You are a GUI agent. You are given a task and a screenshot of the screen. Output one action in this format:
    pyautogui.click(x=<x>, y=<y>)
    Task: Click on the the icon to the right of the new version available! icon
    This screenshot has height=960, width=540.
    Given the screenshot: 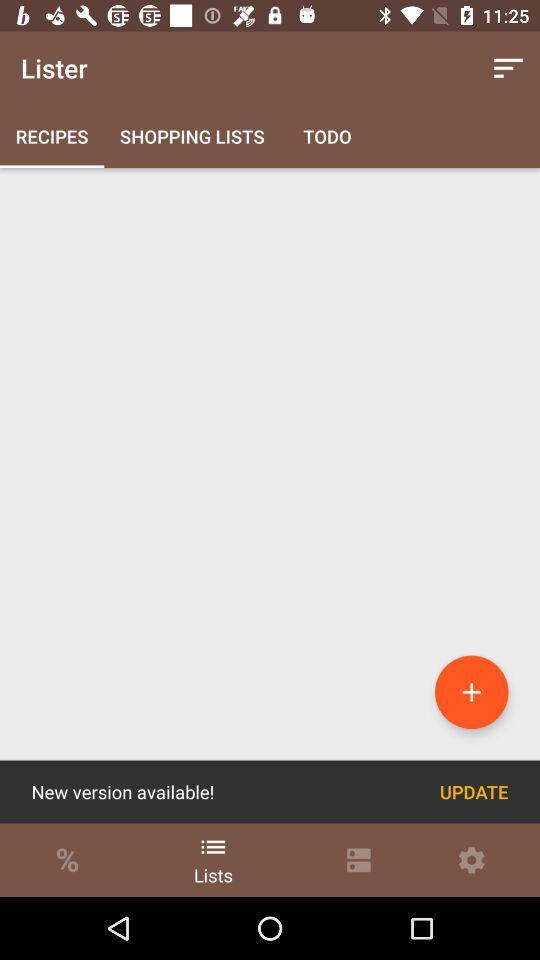 What is the action you would take?
    pyautogui.click(x=473, y=792)
    